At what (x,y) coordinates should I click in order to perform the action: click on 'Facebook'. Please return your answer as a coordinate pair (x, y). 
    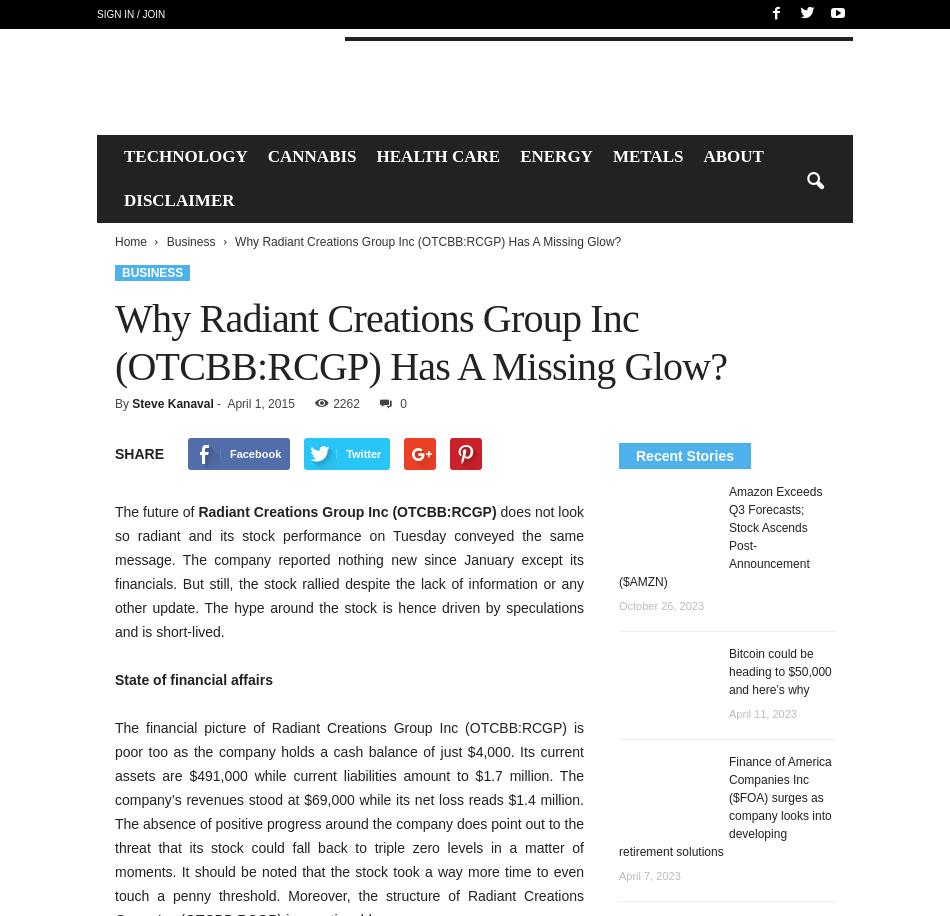
    Looking at the image, I should click on (253, 452).